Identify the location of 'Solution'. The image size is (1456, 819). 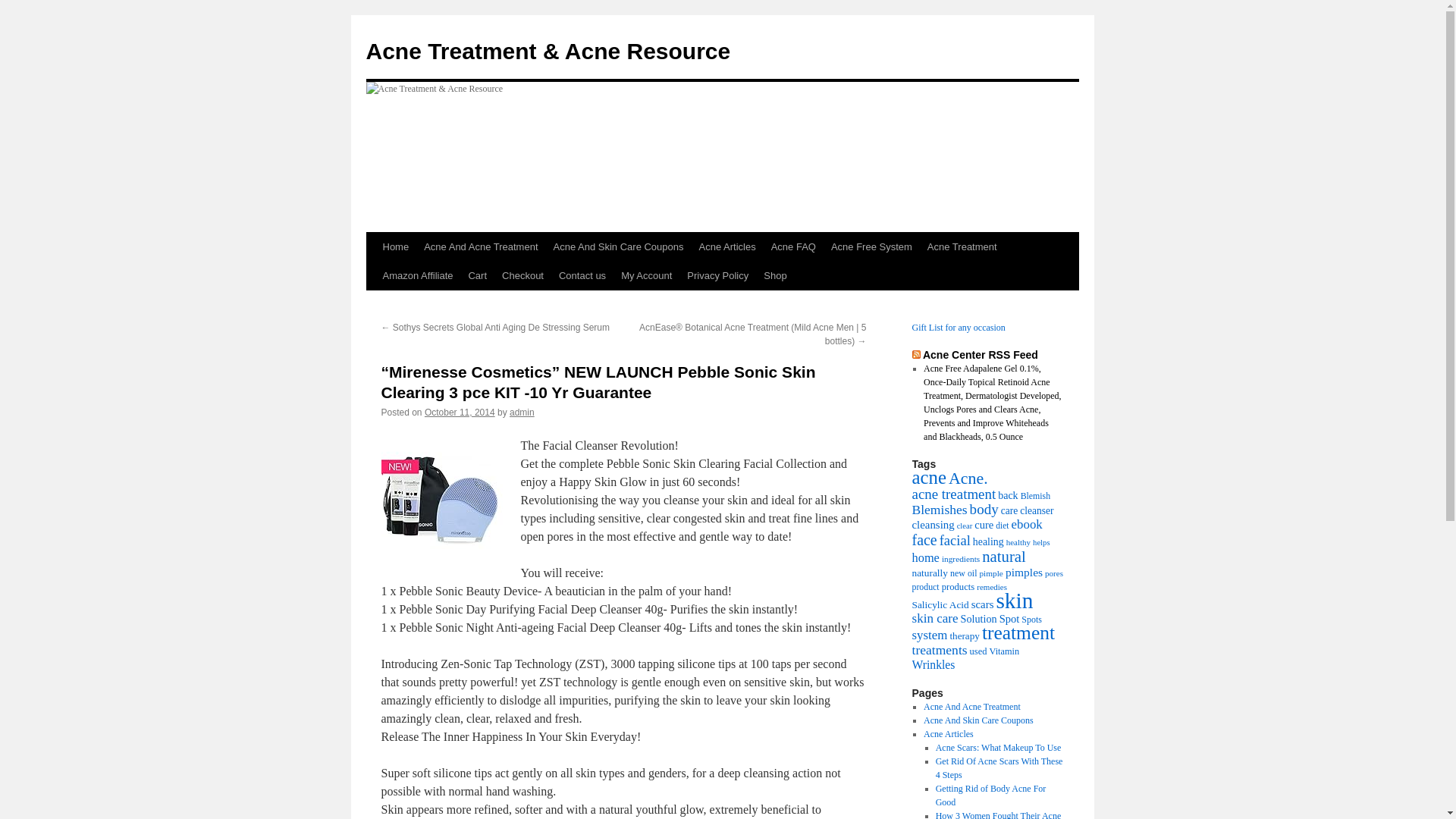
(979, 619).